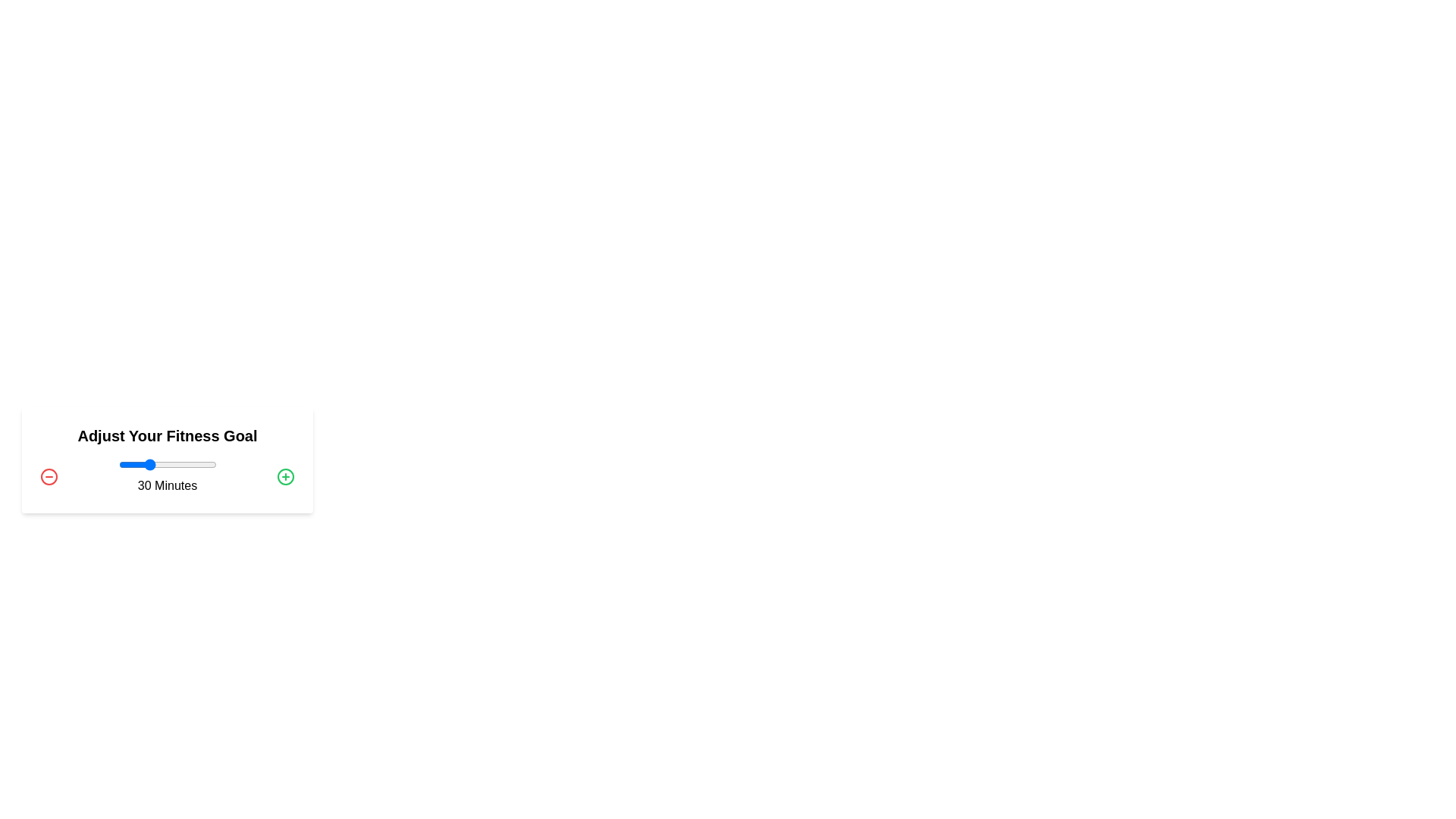 The image size is (1456, 819). What do you see at coordinates (148, 464) in the screenshot?
I see `fitness goal` at bounding box center [148, 464].